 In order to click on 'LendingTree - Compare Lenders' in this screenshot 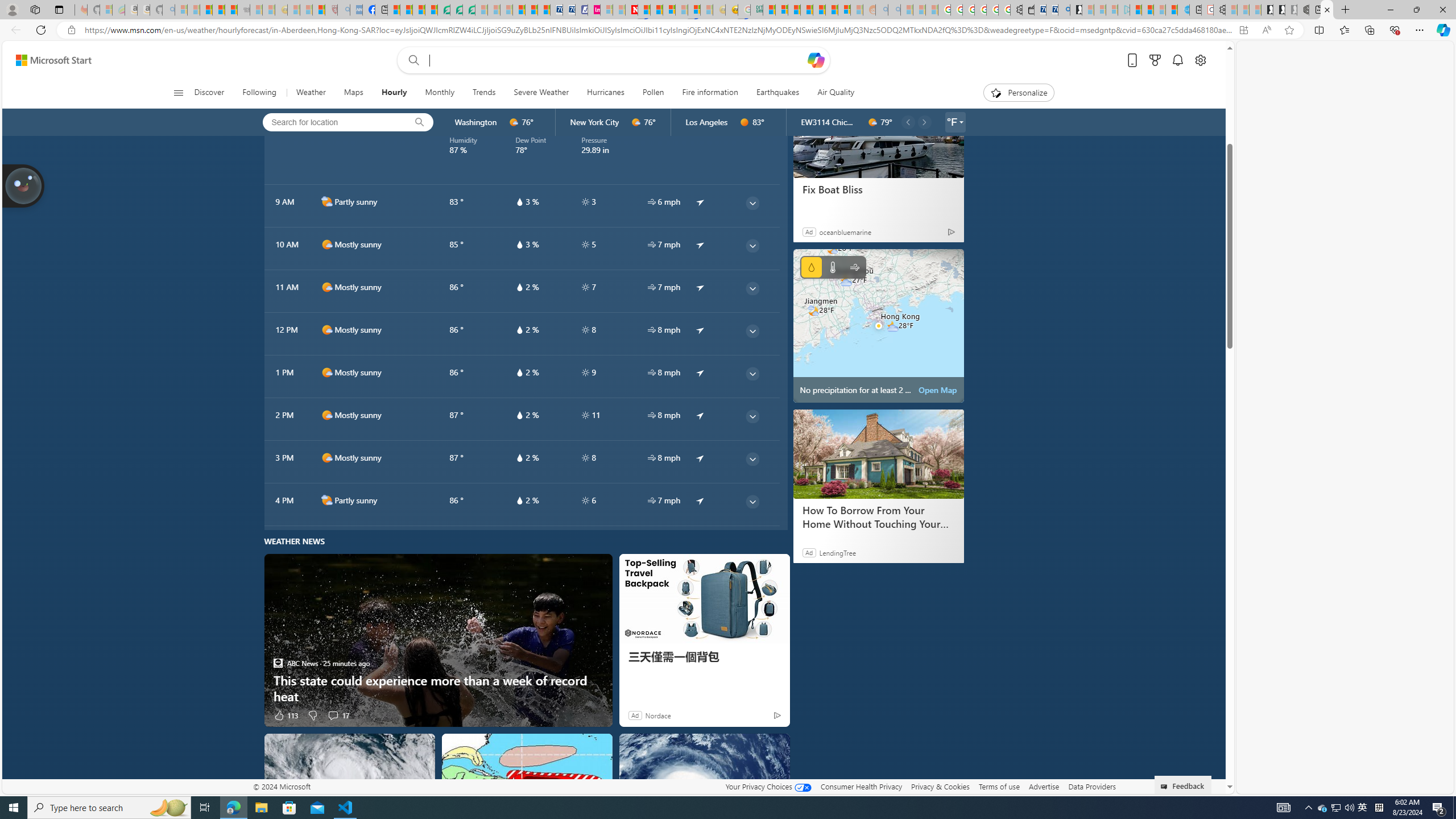, I will do `click(442, 9)`.